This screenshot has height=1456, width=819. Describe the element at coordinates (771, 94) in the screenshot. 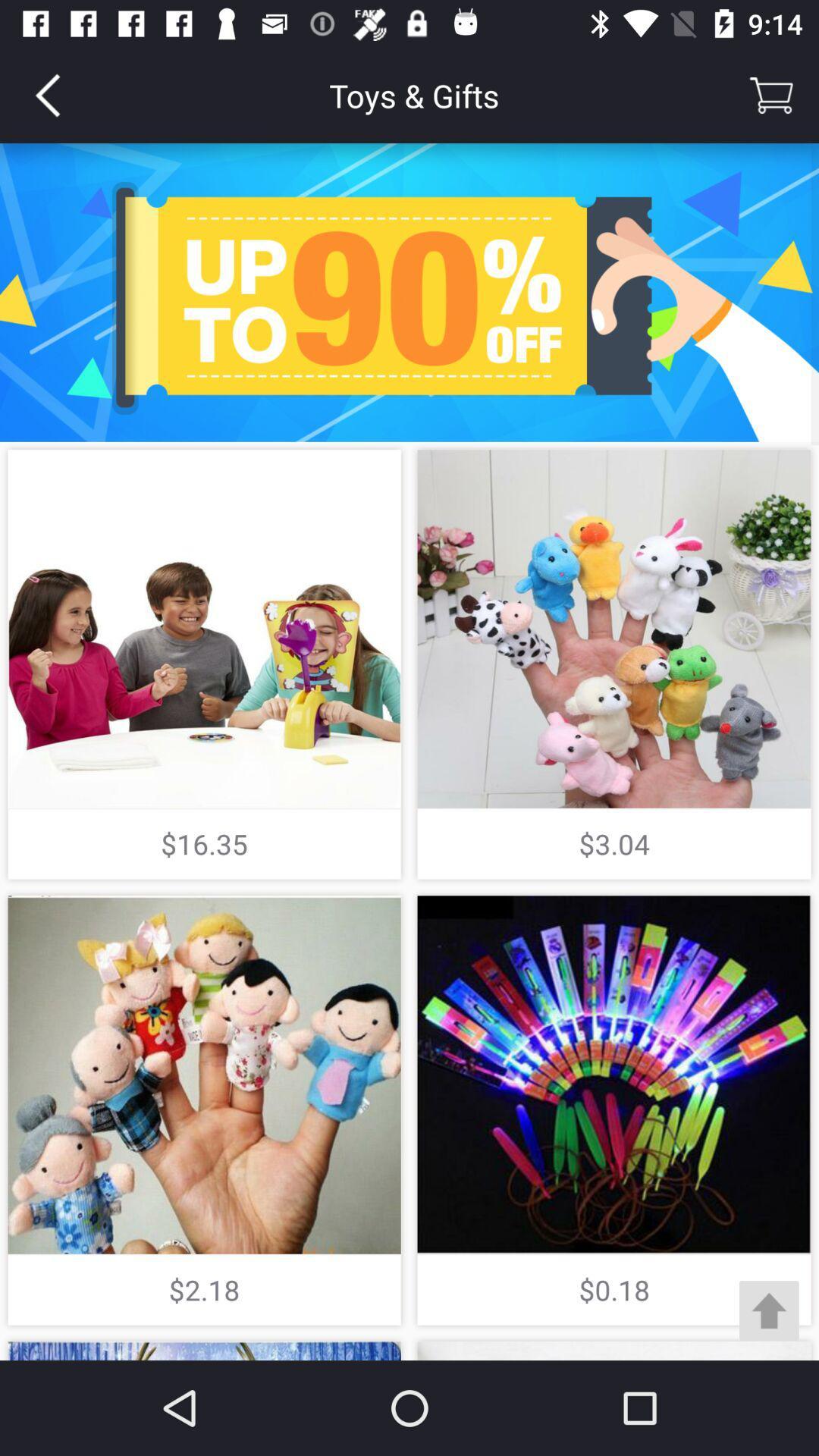

I see `the item next to the toys & gifts` at that location.